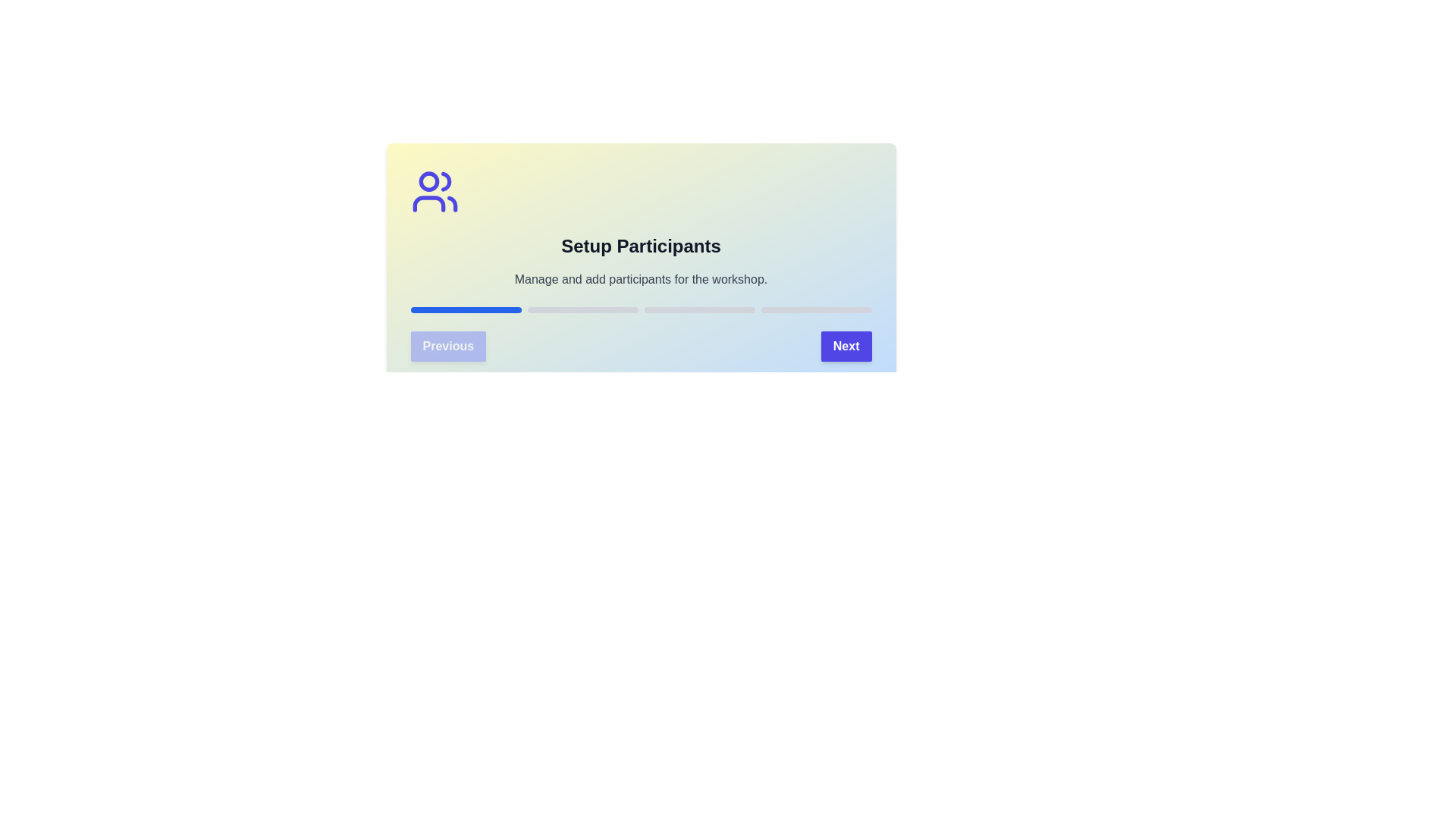 The height and width of the screenshot is (819, 1456). I want to click on the 'Next' button to navigate to the next stage, so click(846, 346).